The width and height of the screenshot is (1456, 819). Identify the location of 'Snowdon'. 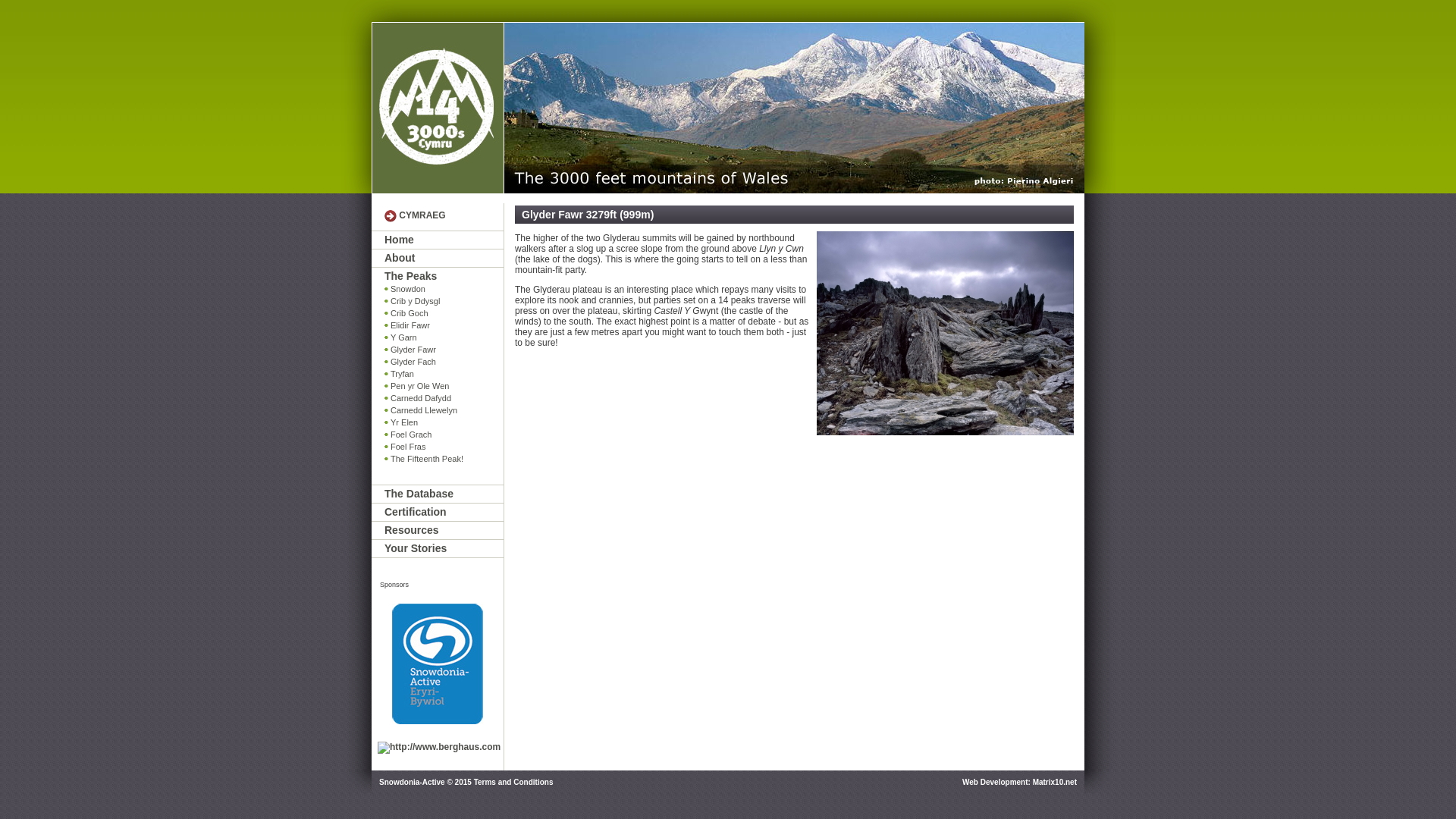
(384, 289).